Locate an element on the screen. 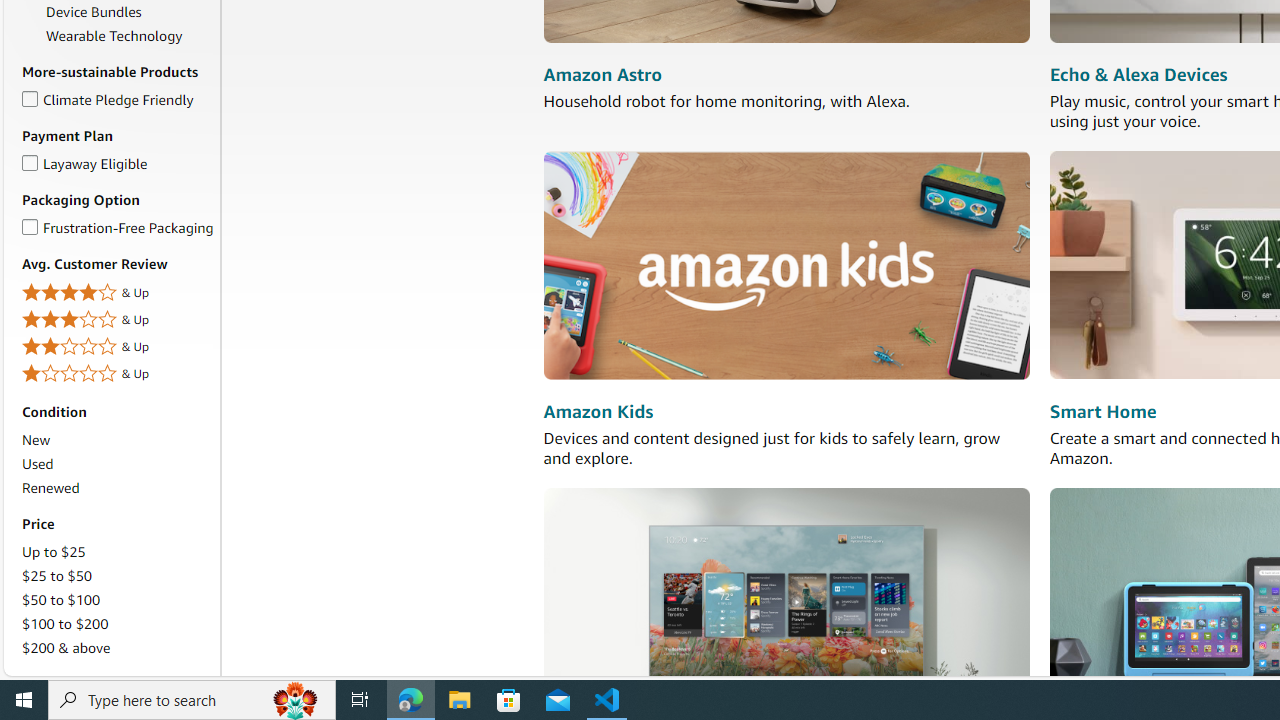 This screenshot has width=1280, height=720. '1 Star & Up& Up' is located at coordinates (116, 374).